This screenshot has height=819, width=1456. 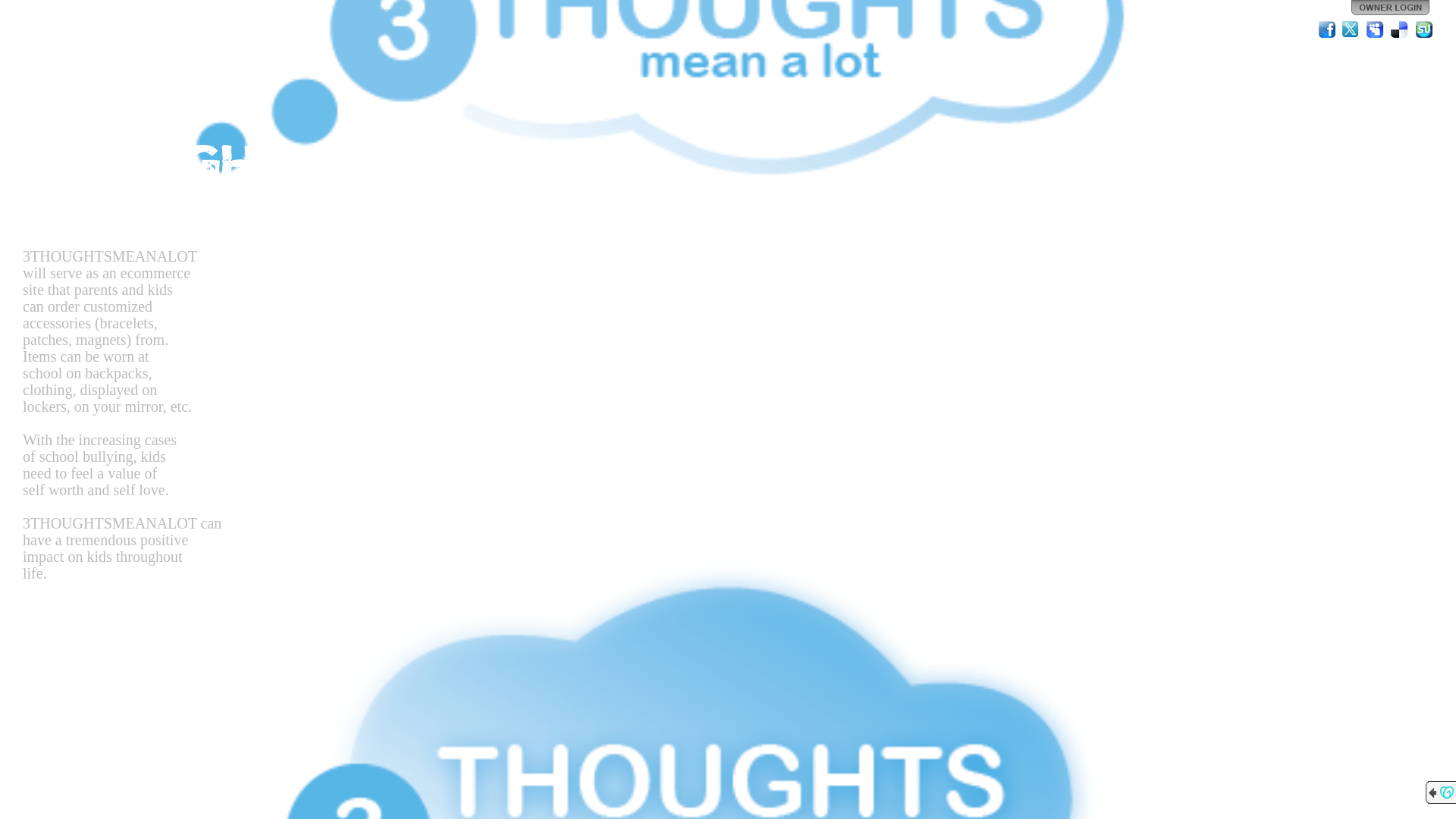 I want to click on 'Facebook', so click(x=1326, y=29).